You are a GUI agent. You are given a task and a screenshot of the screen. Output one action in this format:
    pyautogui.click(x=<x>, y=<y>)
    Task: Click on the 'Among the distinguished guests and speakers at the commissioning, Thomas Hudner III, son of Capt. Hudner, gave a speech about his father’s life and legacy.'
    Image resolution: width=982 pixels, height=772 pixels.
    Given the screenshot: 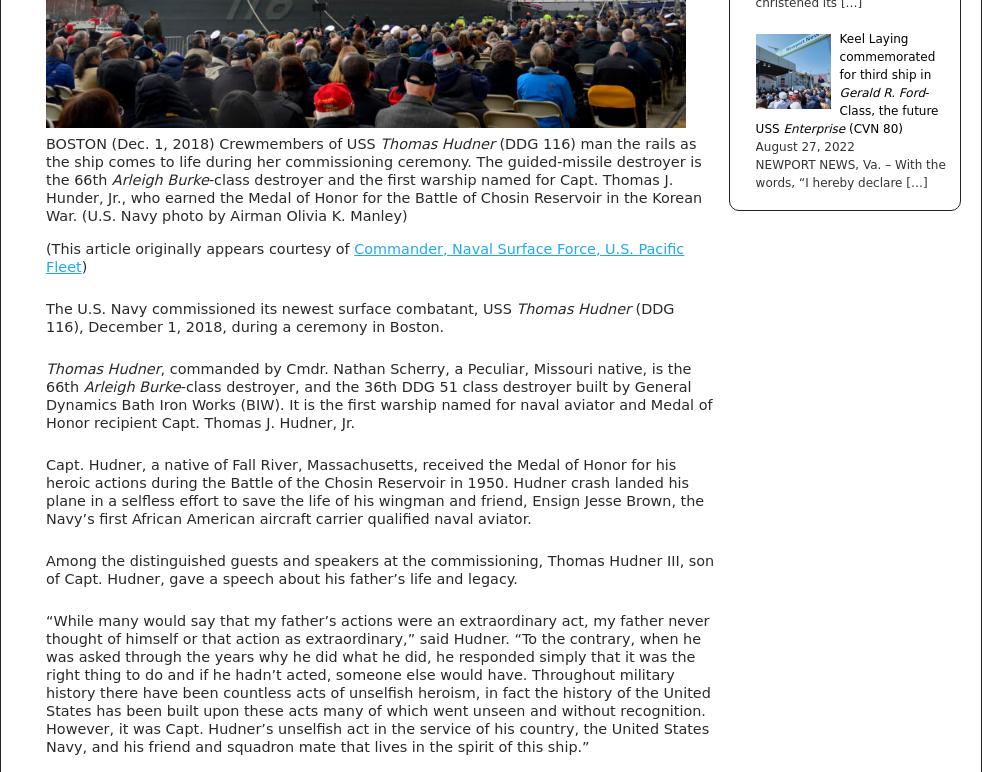 What is the action you would take?
    pyautogui.click(x=44, y=567)
    